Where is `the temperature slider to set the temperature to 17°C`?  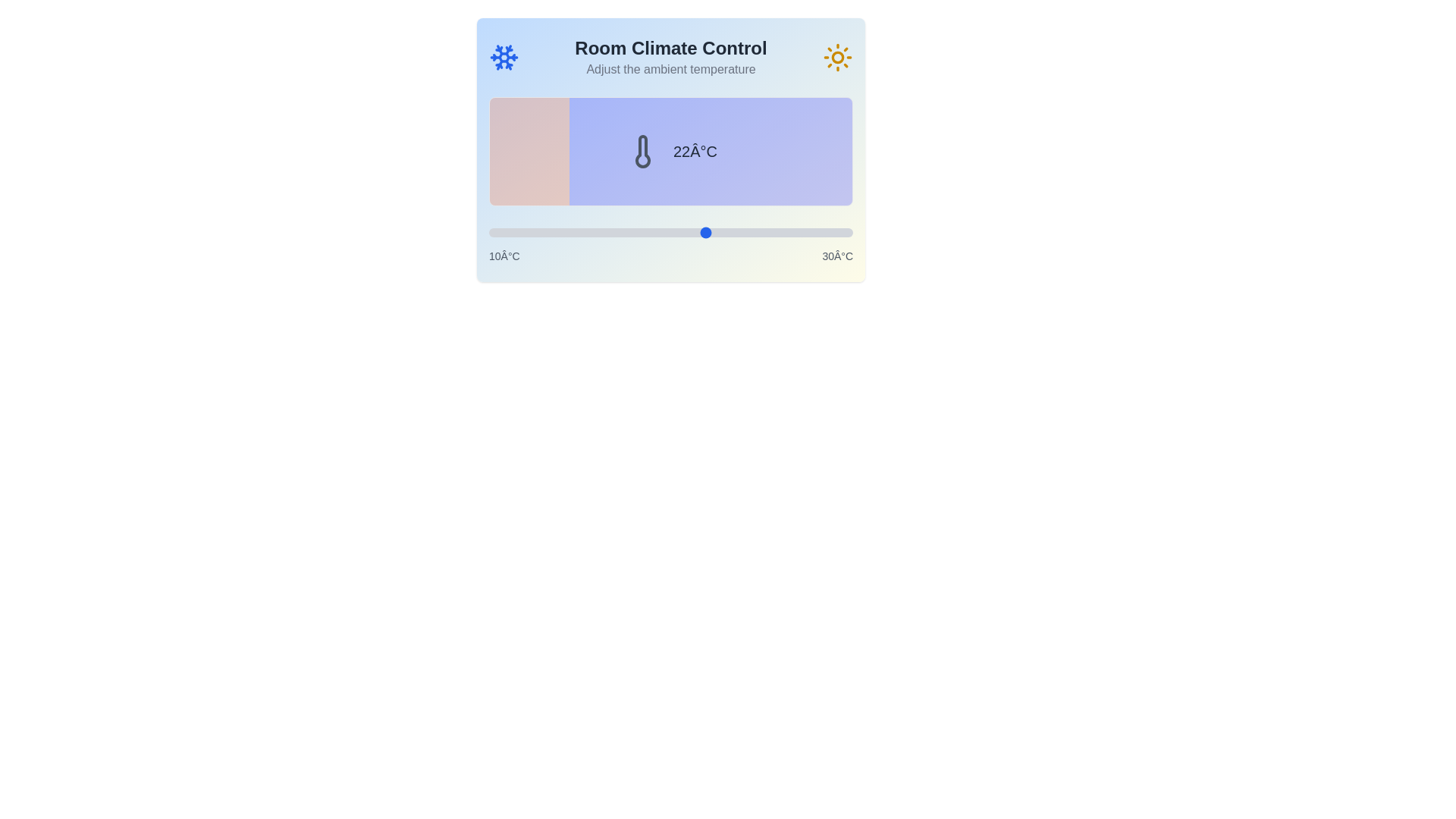 the temperature slider to set the temperature to 17°C is located at coordinates (616, 233).